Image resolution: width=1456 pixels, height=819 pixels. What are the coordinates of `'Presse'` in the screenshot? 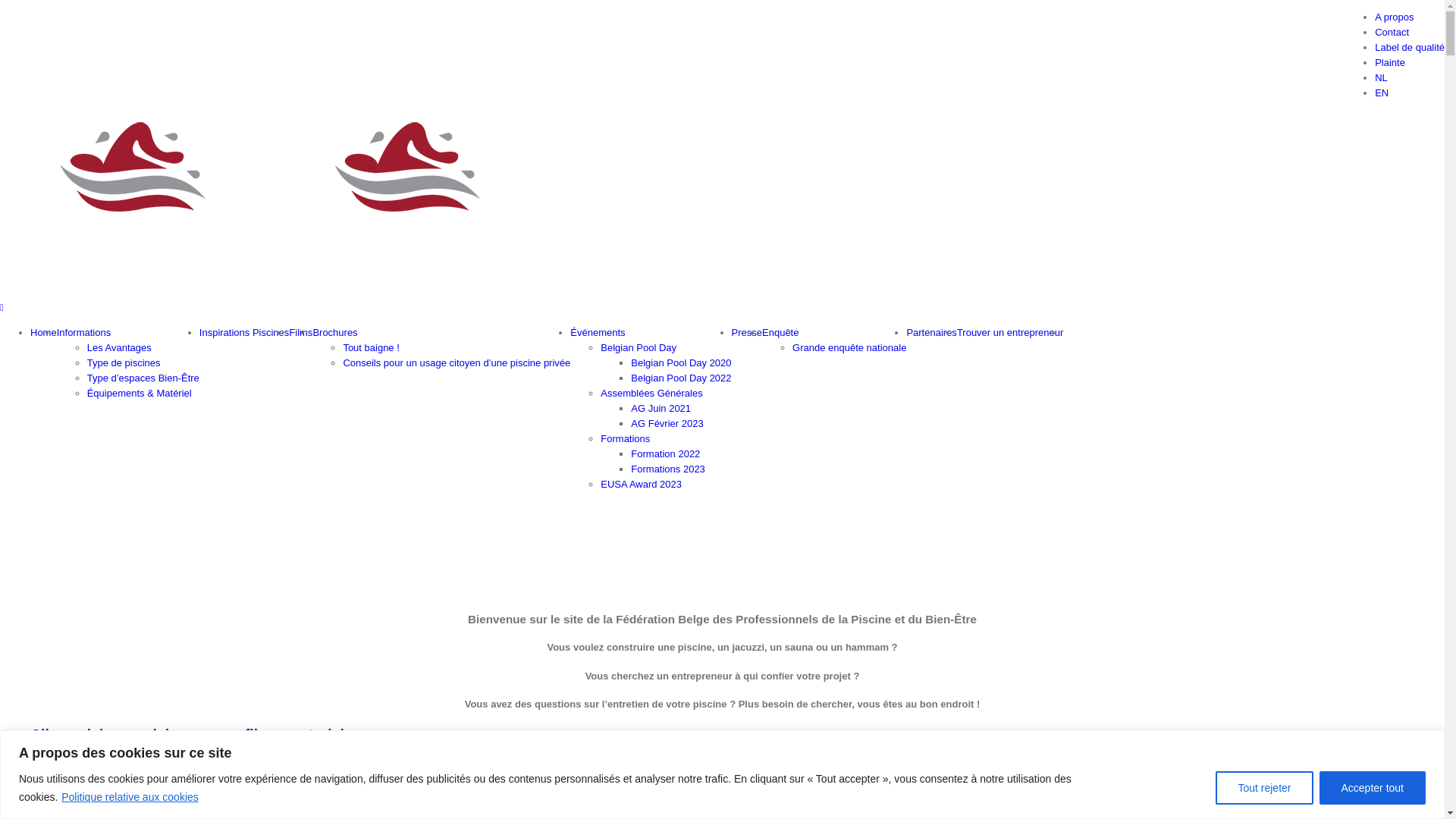 It's located at (746, 331).